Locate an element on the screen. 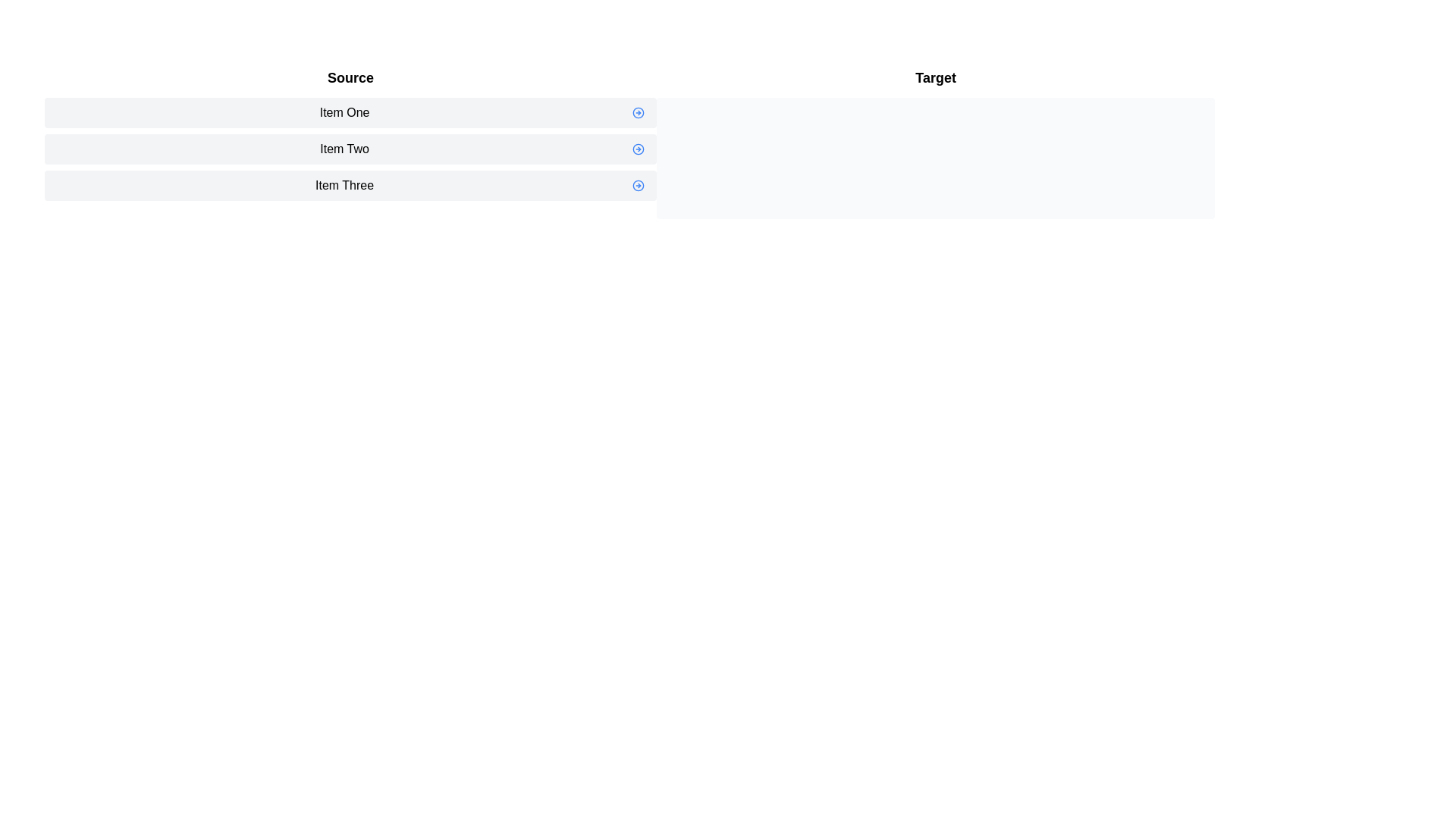 This screenshot has width=1456, height=819. the second list item labeled 'Item Two' is located at coordinates (350, 149).